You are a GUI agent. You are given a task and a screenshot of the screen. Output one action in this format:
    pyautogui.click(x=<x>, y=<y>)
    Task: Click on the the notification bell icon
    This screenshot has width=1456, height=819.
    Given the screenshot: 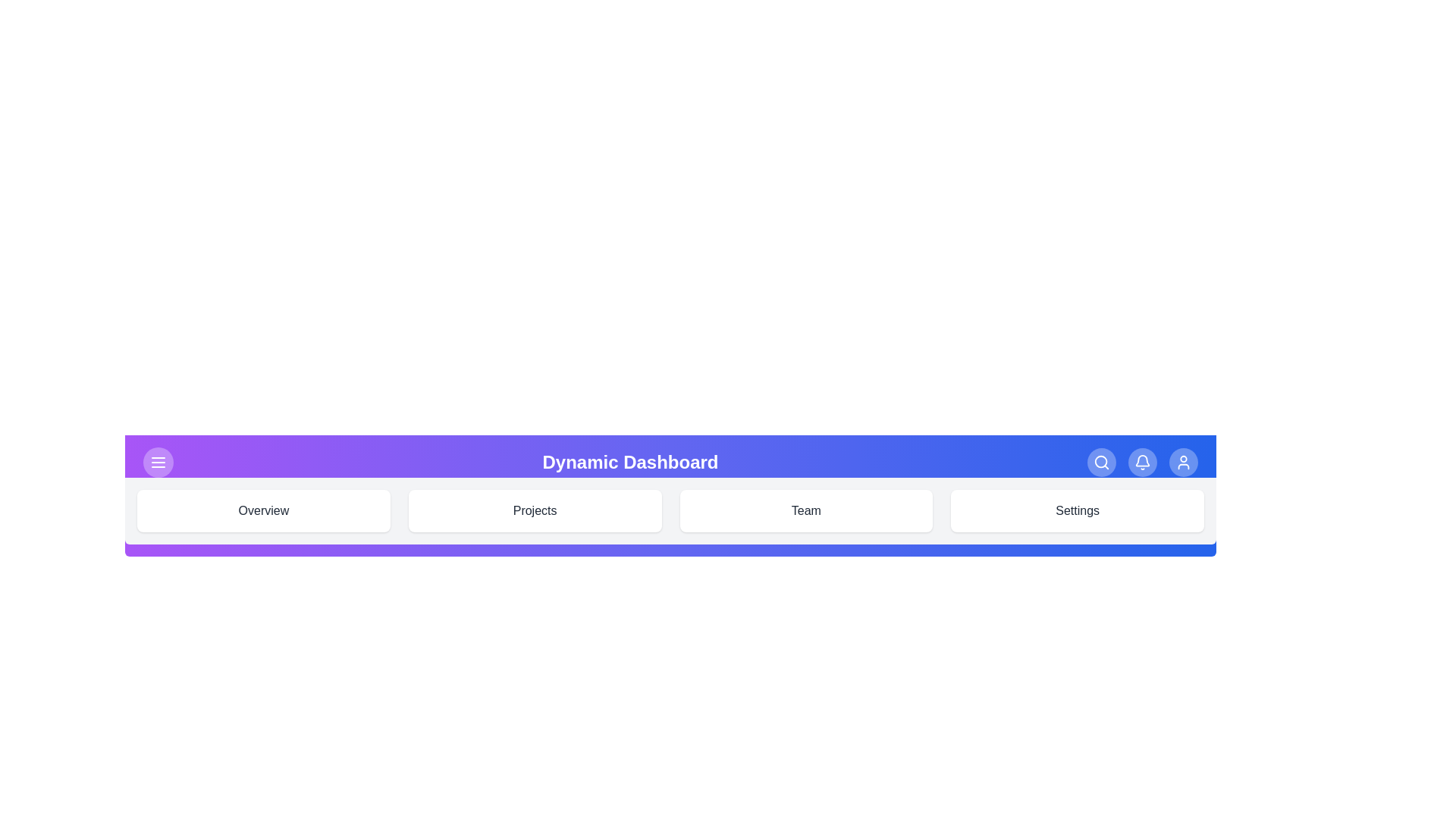 What is the action you would take?
    pyautogui.click(x=1143, y=461)
    